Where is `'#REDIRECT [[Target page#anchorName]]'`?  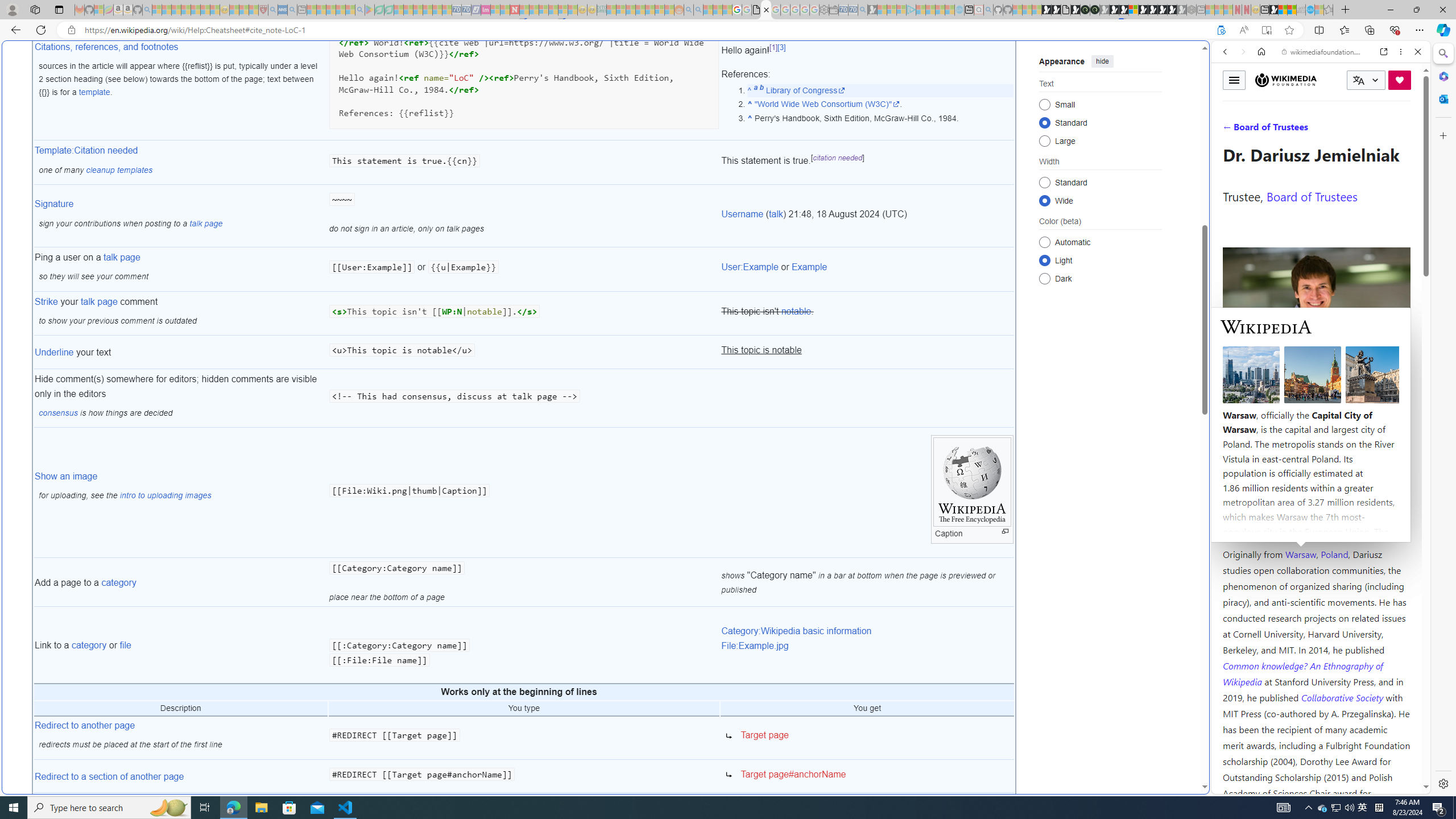
'#REDIRECT [[Target page#anchorName]]' is located at coordinates (524, 776).